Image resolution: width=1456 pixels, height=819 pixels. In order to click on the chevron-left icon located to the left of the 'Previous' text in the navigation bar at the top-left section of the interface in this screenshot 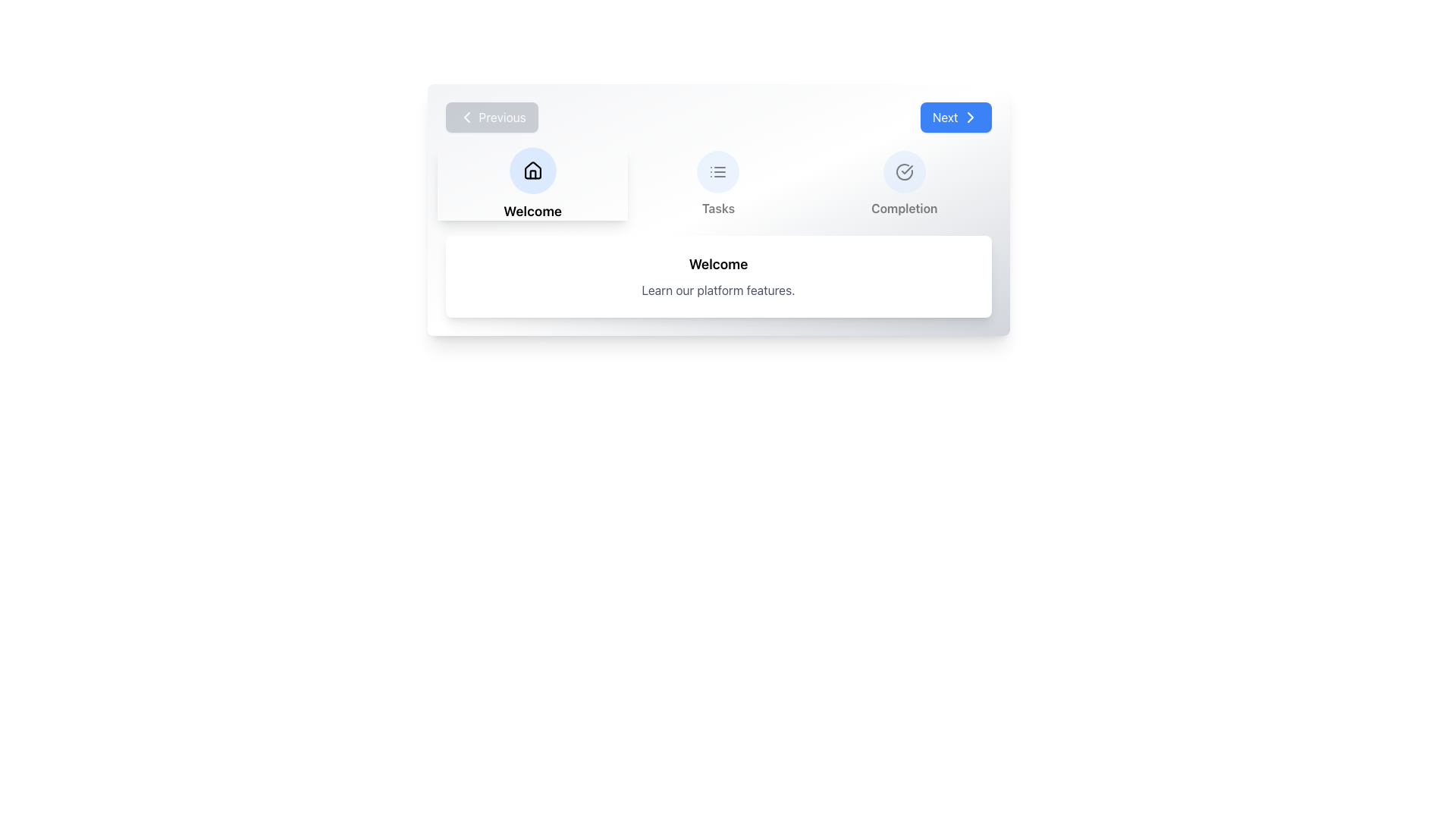, I will do `click(466, 116)`.